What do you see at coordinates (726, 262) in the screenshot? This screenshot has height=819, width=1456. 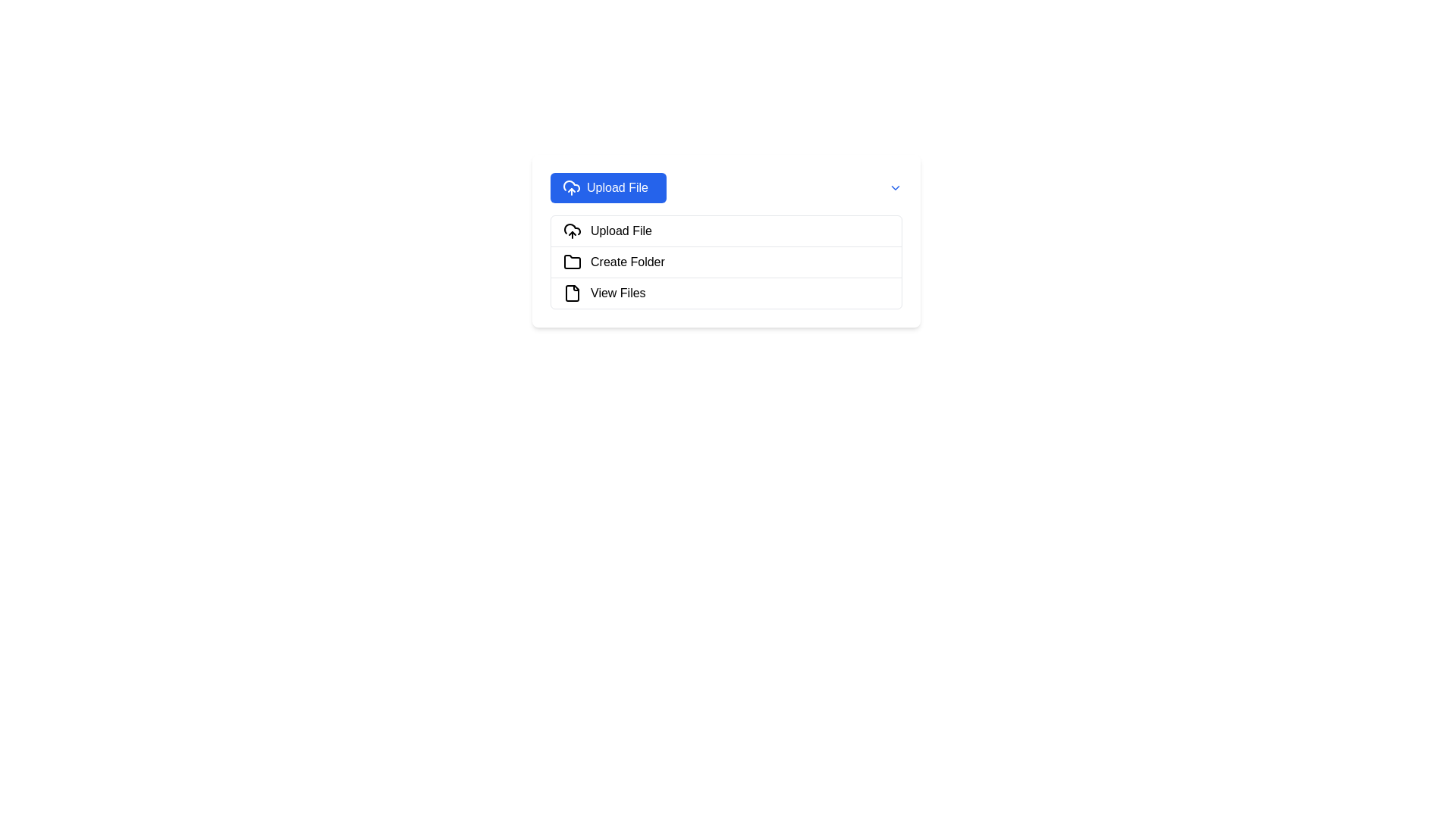 I see `the 'Create New Folder' button located as the second option in the vertical list under the dropdown menu` at bounding box center [726, 262].